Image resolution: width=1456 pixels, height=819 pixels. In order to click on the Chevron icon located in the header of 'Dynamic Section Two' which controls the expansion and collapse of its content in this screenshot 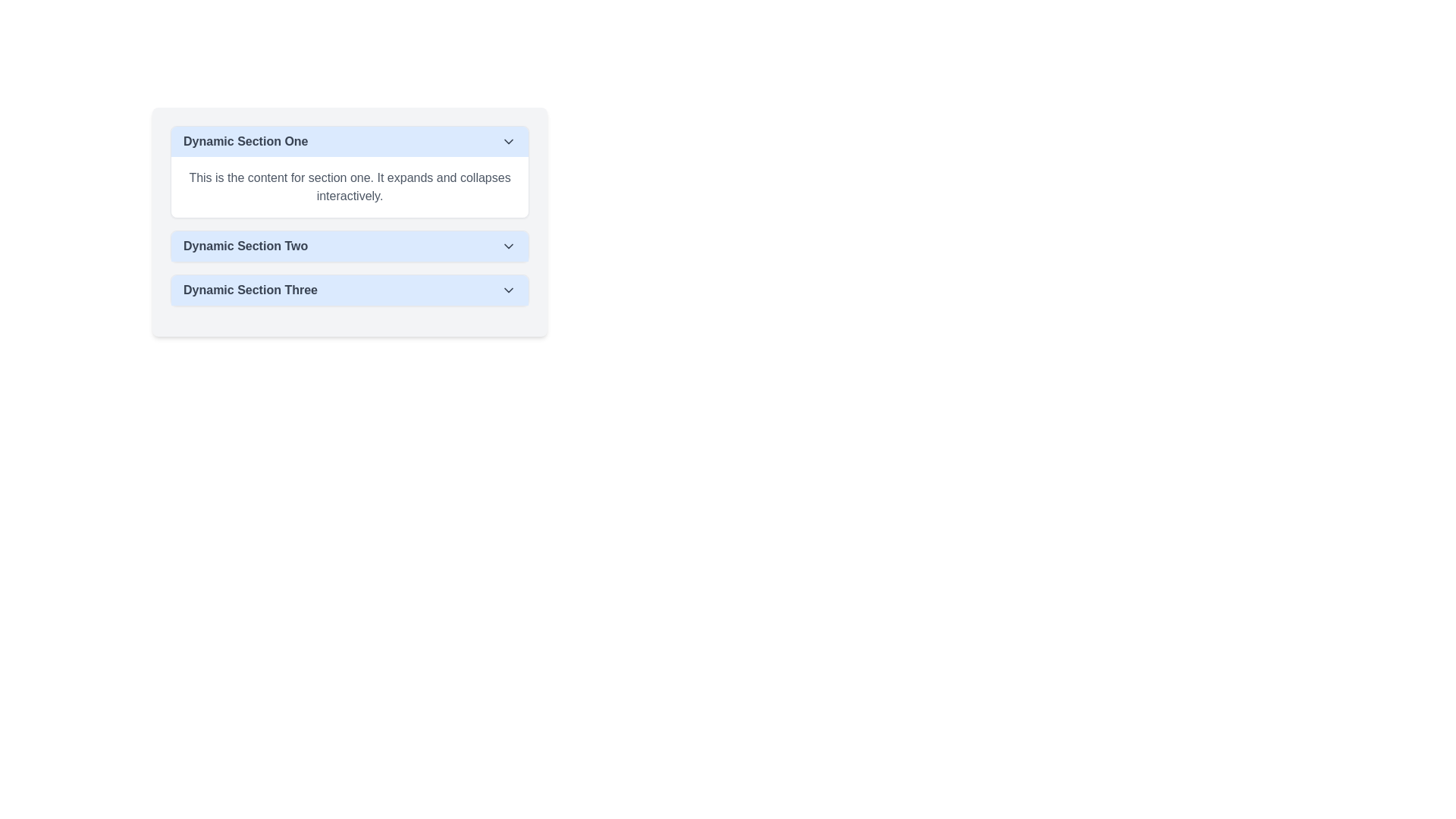, I will do `click(509, 245)`.